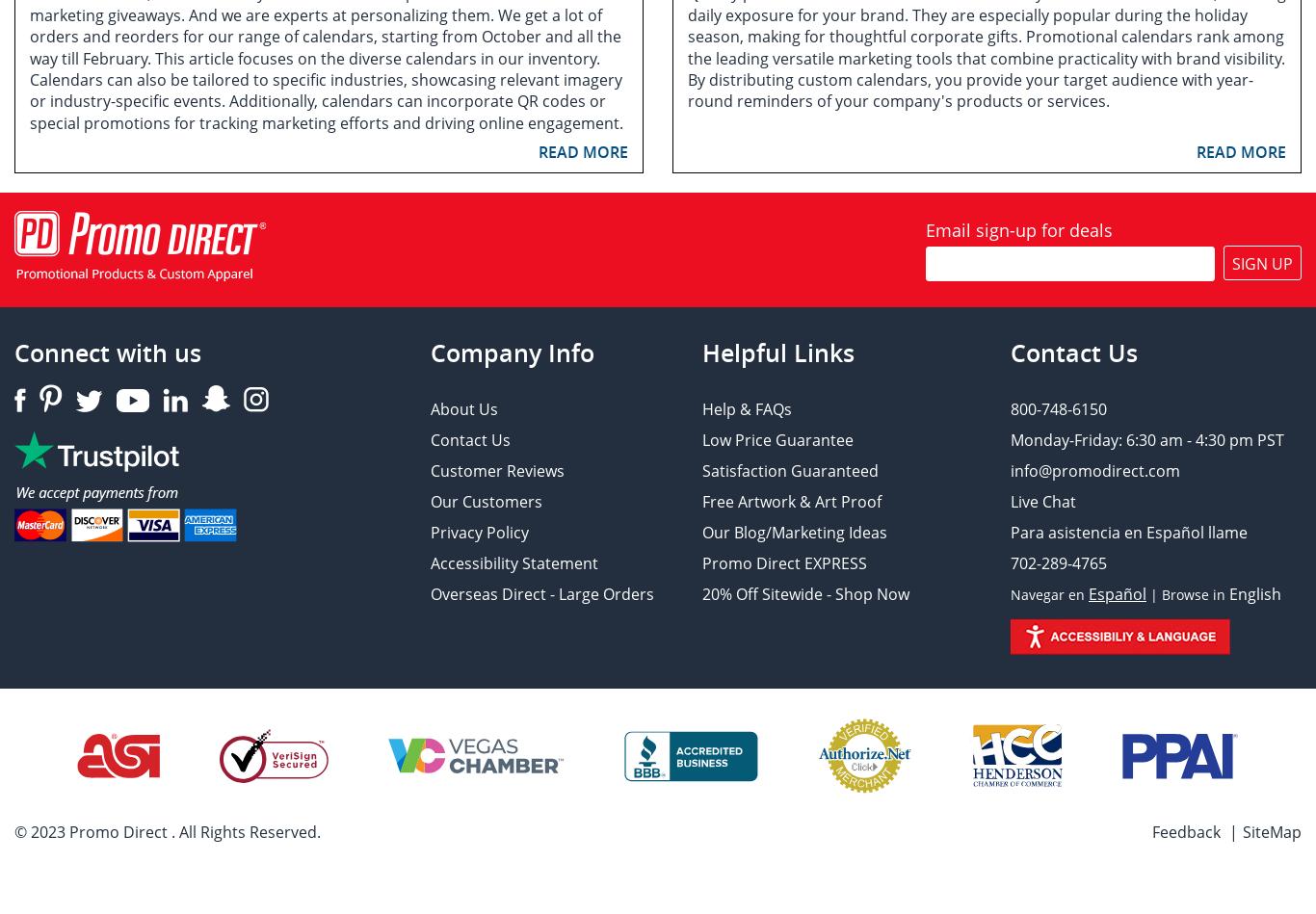  Describe the element at coordinates (804, 593) in the screenshot. I see `'20% Off Sitewide - Shop Now'` at that location.